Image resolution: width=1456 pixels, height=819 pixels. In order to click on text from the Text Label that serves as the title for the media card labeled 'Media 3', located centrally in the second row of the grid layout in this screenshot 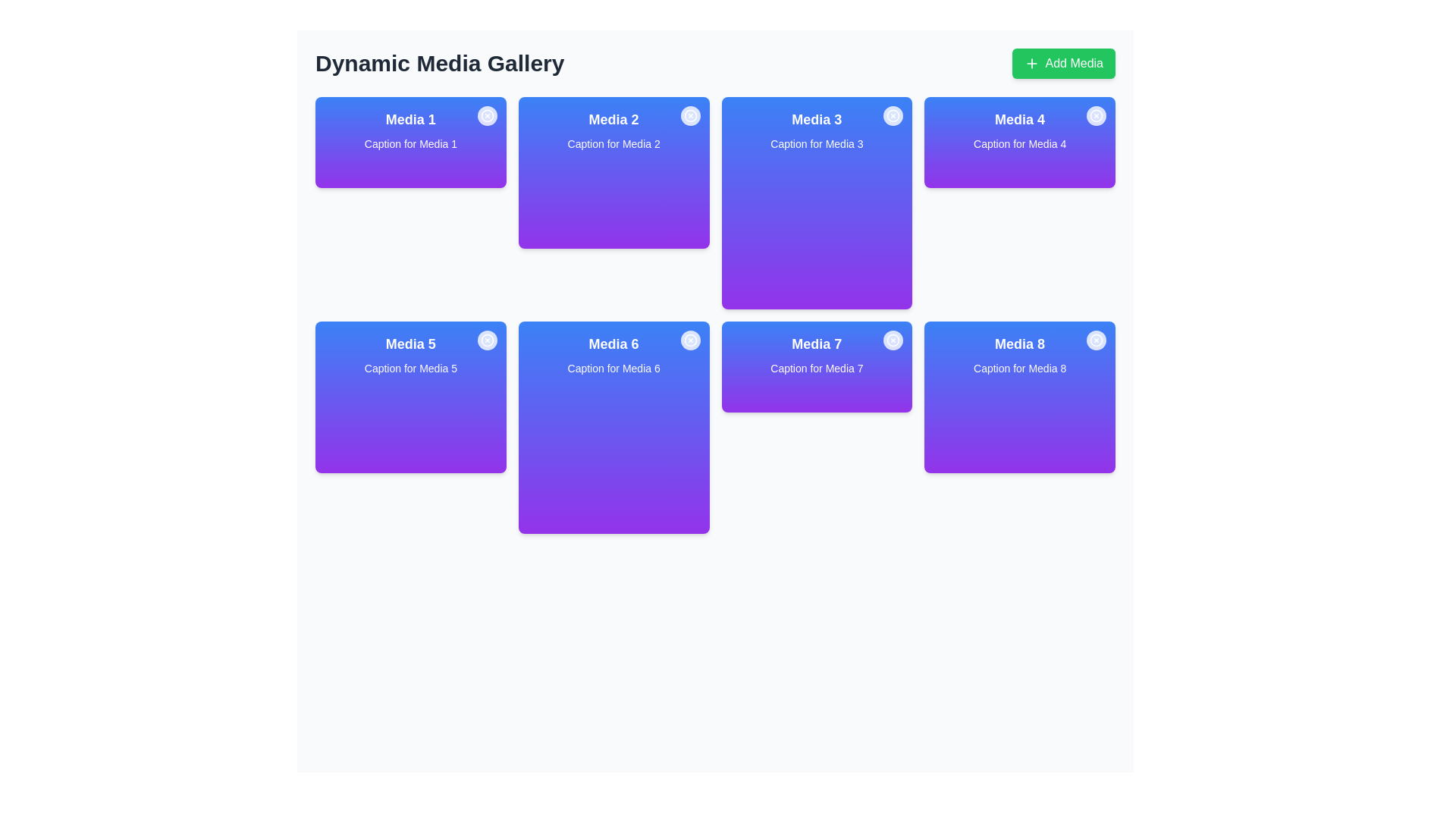, I will do `click(816, 119)`.